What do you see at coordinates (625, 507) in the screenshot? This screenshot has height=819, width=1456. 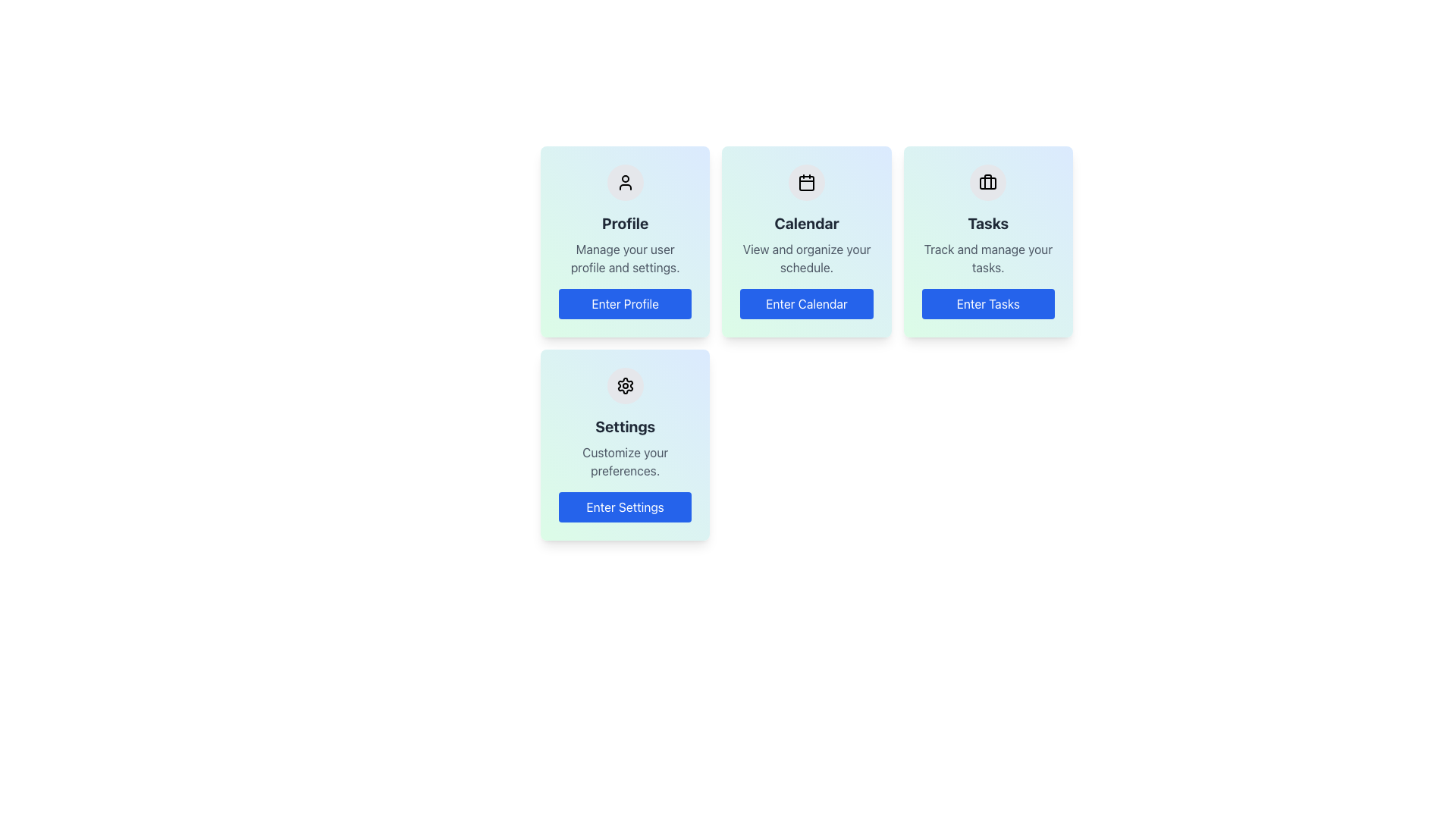 I see `the rectangular button with a bright blue background and white text that reads 'Enter Settings', located at the bottom of the 'Settings' card` at bounding box center [625, 507].